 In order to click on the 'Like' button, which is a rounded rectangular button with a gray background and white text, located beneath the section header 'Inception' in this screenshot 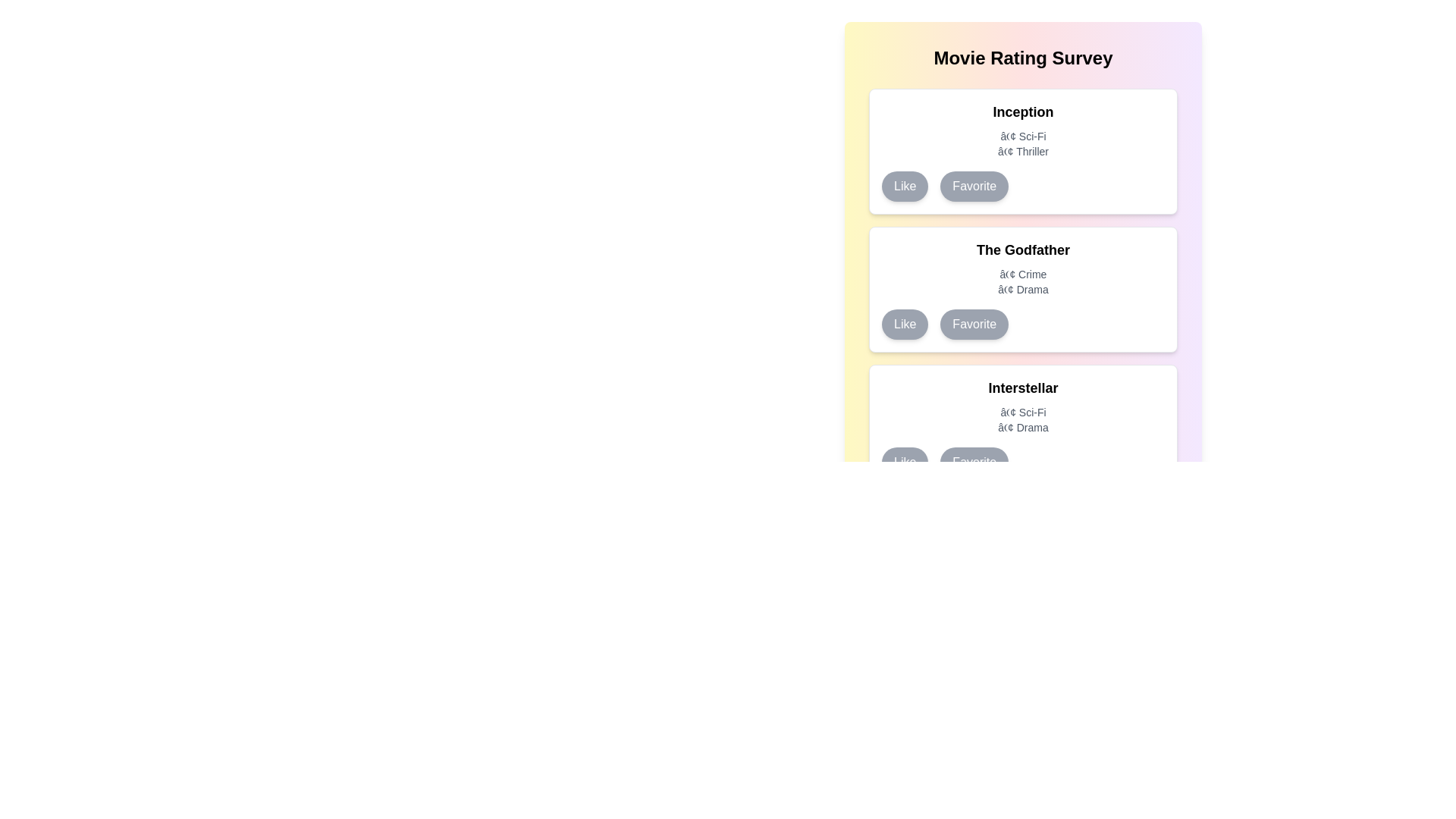, I will do `click(905, 186)`.